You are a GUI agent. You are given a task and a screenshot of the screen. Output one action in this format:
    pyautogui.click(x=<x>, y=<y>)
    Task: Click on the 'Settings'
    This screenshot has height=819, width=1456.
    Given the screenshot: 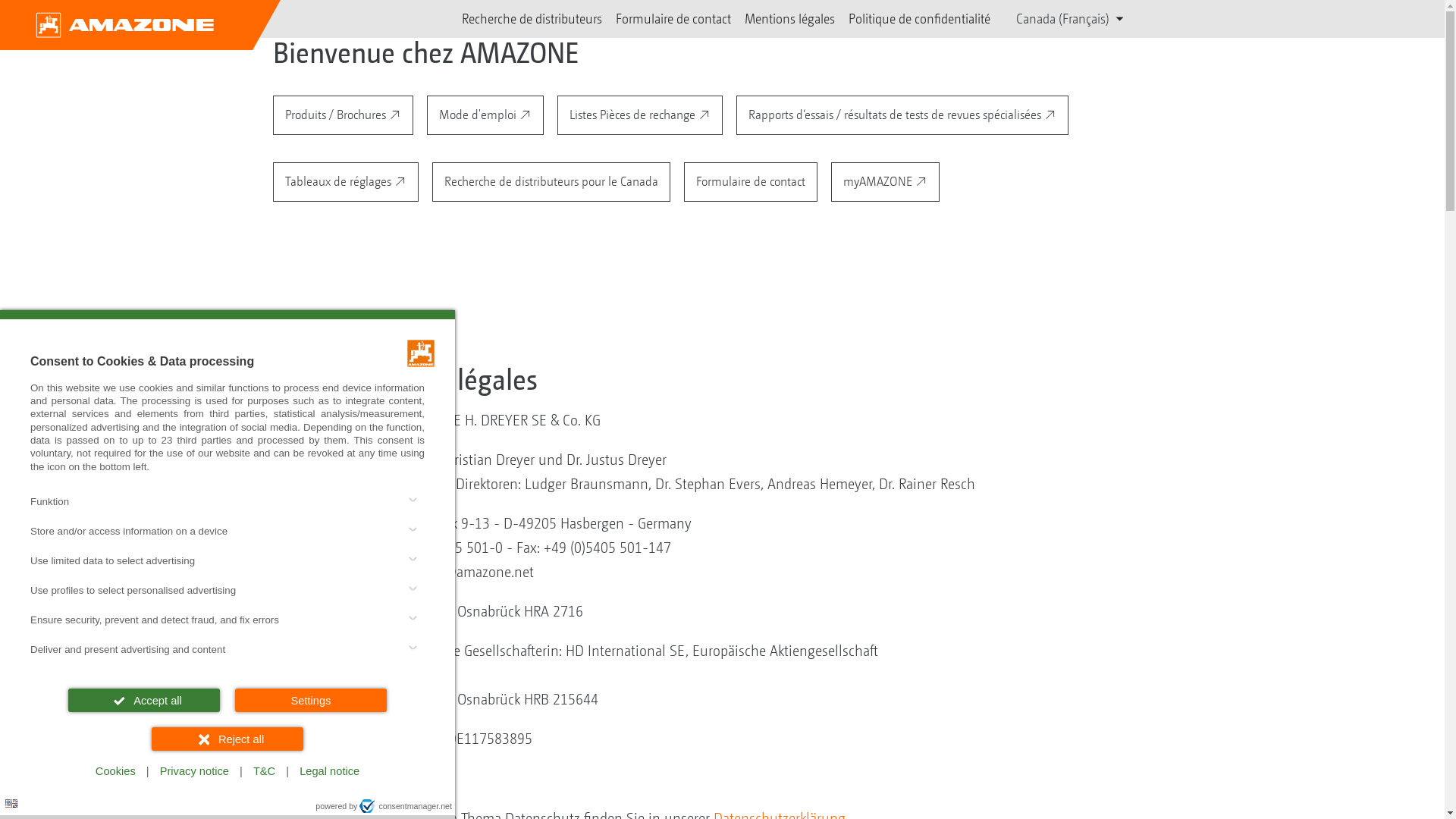 What is the action you would take?
    pyautogui.click(x=234, y=700)
    